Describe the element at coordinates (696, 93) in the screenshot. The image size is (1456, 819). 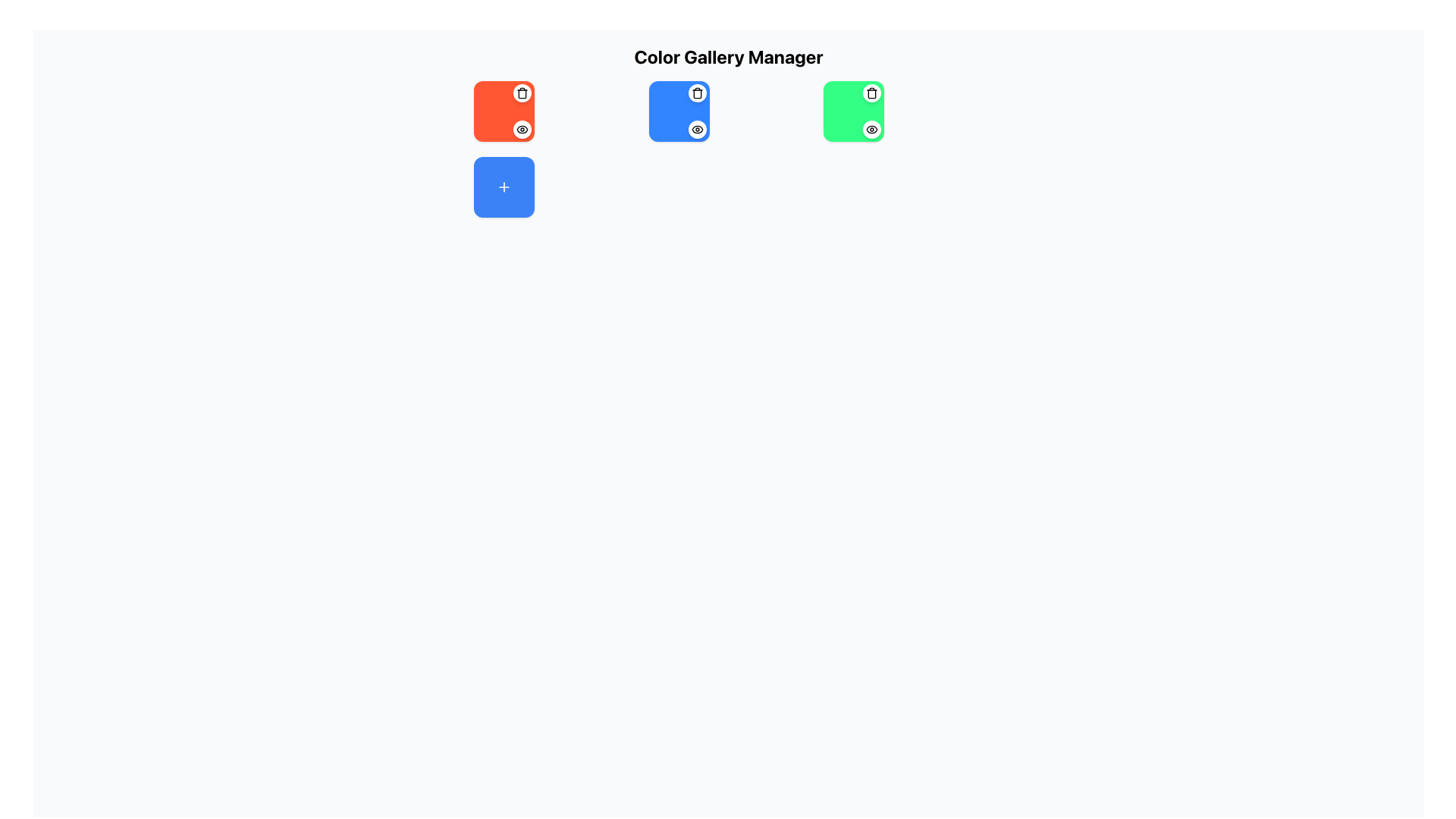
I see `the small rounded icon with a trash bin graphic at the top-right corner of the second blue card under 'Color Gallery Manager'` at that location.